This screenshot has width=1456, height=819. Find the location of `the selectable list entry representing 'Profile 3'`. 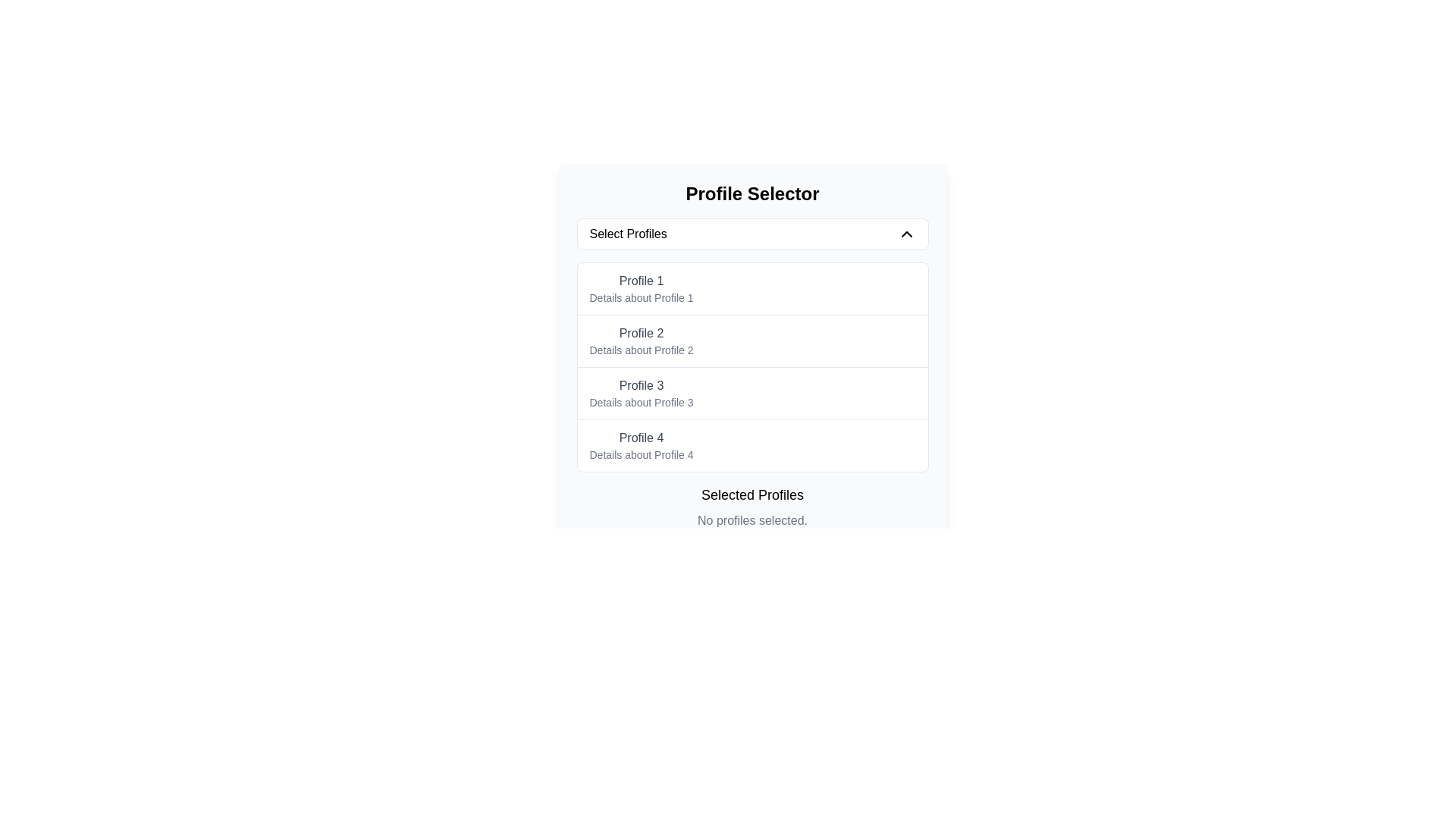

the selectable list entry representing 'Profile 3' is located at coordinates (752, 392).